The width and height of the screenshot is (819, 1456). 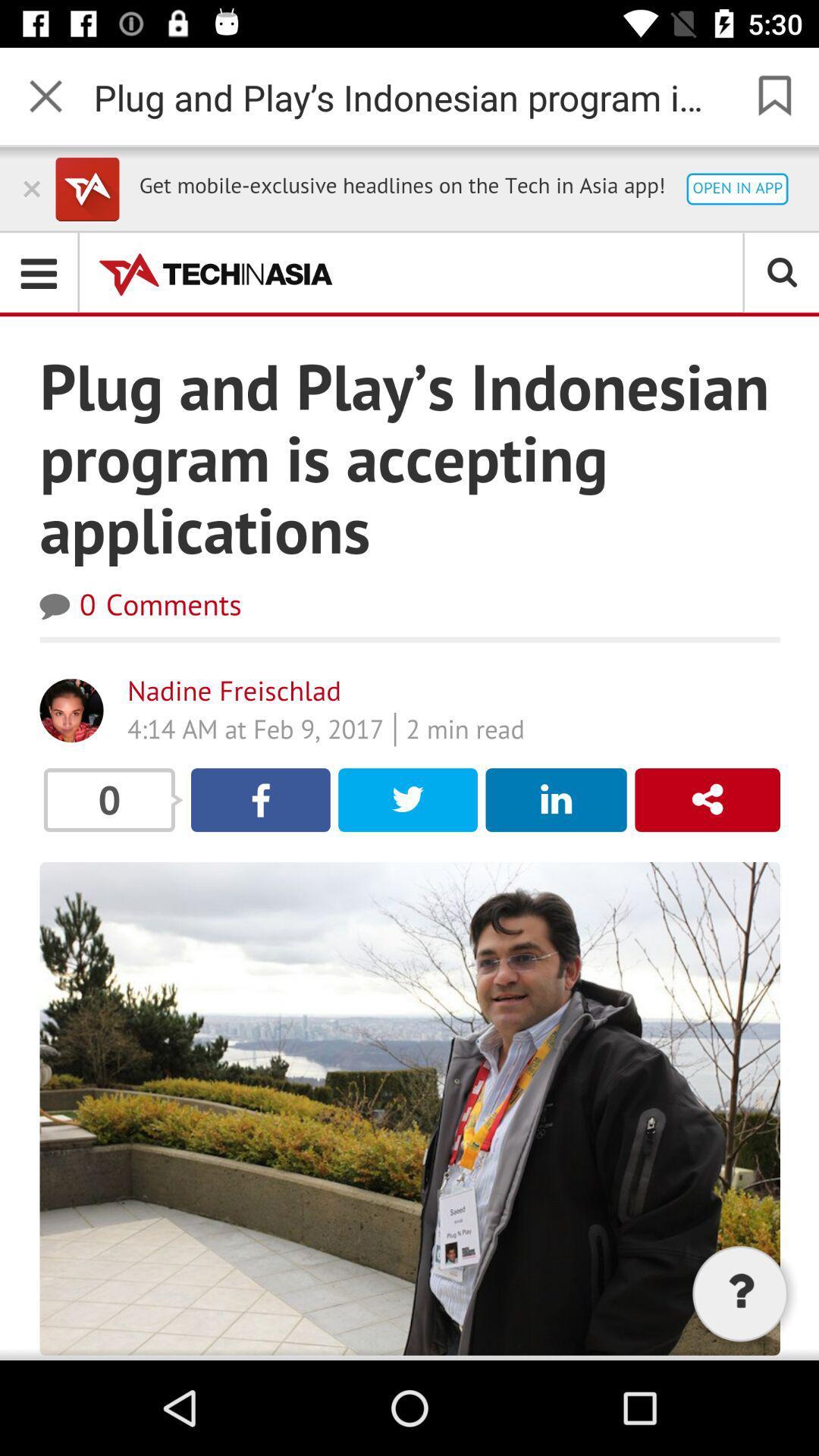 I want to click on the close icon, so click(x=45, y=96).